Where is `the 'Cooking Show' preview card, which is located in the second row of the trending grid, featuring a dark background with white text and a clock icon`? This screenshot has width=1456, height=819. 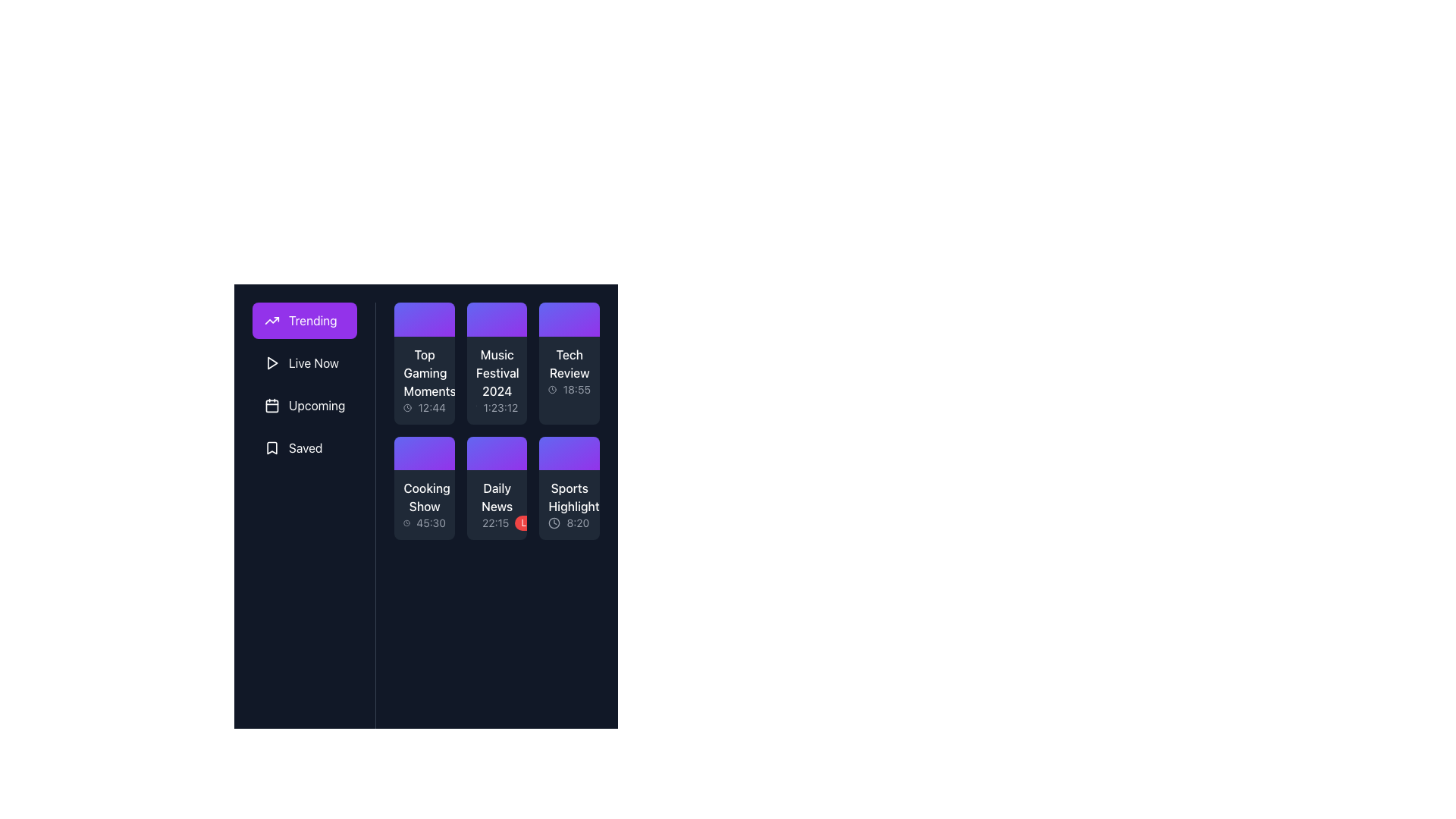
the 'Cooking Show' preview card, which is located in the second row of the trending grid, featuring a dark background with white text and a clock icon is located at coordinates (425, 505).